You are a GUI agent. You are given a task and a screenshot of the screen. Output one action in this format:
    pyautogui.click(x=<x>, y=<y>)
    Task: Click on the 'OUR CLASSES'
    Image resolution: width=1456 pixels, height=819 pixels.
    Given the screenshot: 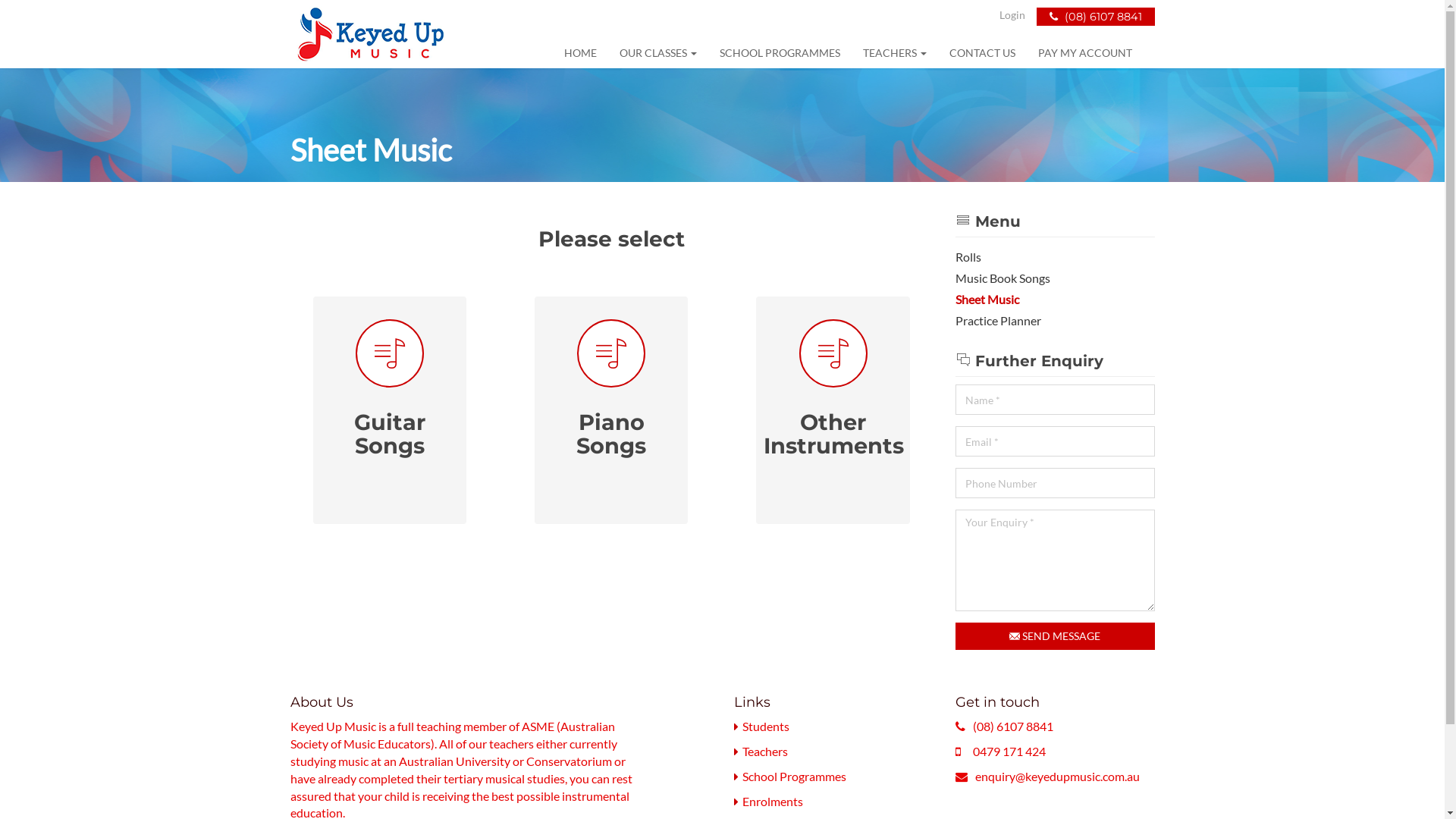 What is the action you would take?
    pyautogui.click(x=658, y=52)
    